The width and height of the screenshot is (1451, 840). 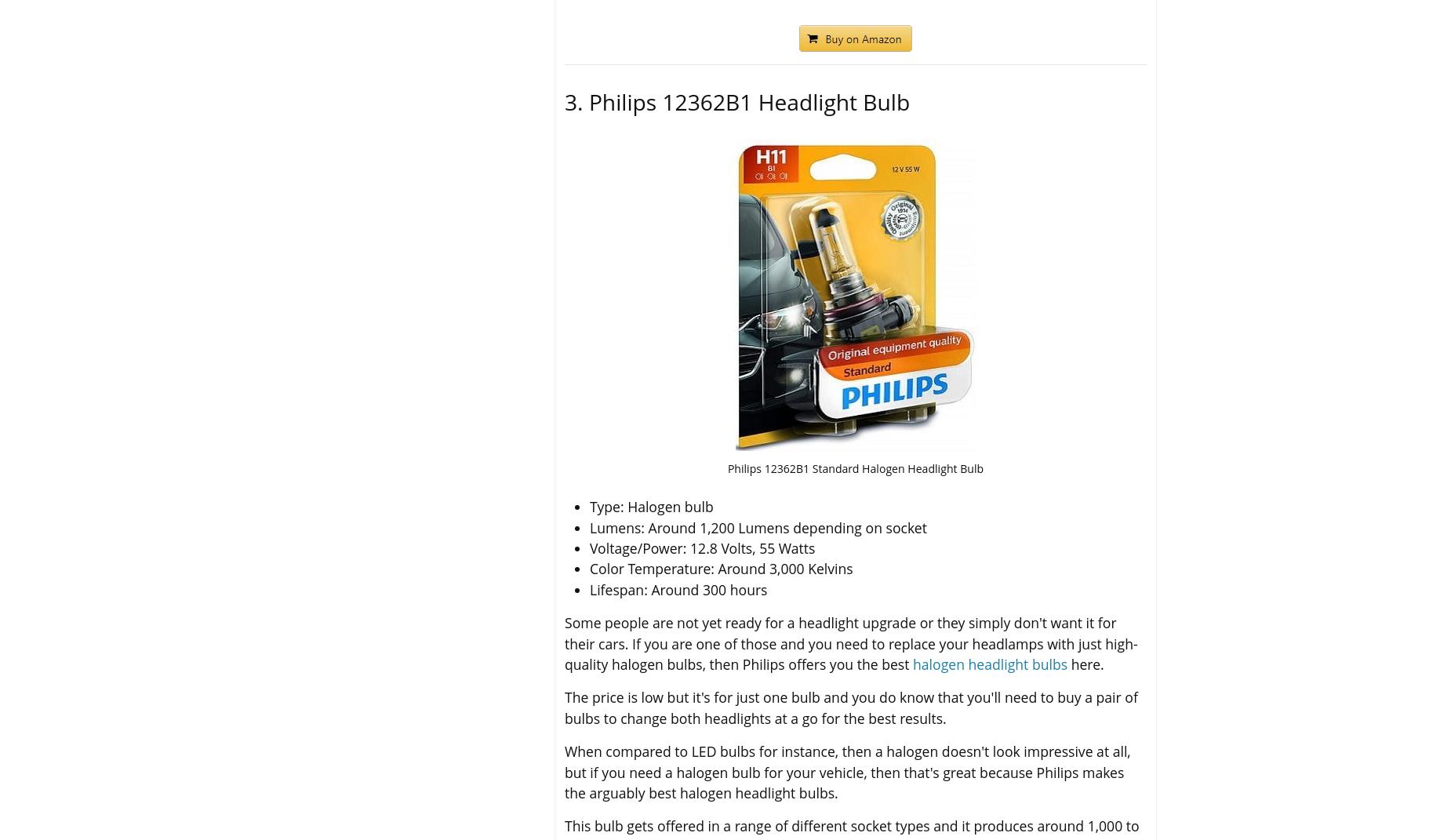 I want to click on 'Philips 12362B1 Standard Halogen Headlight Bulb', so click(x=854, y=467).